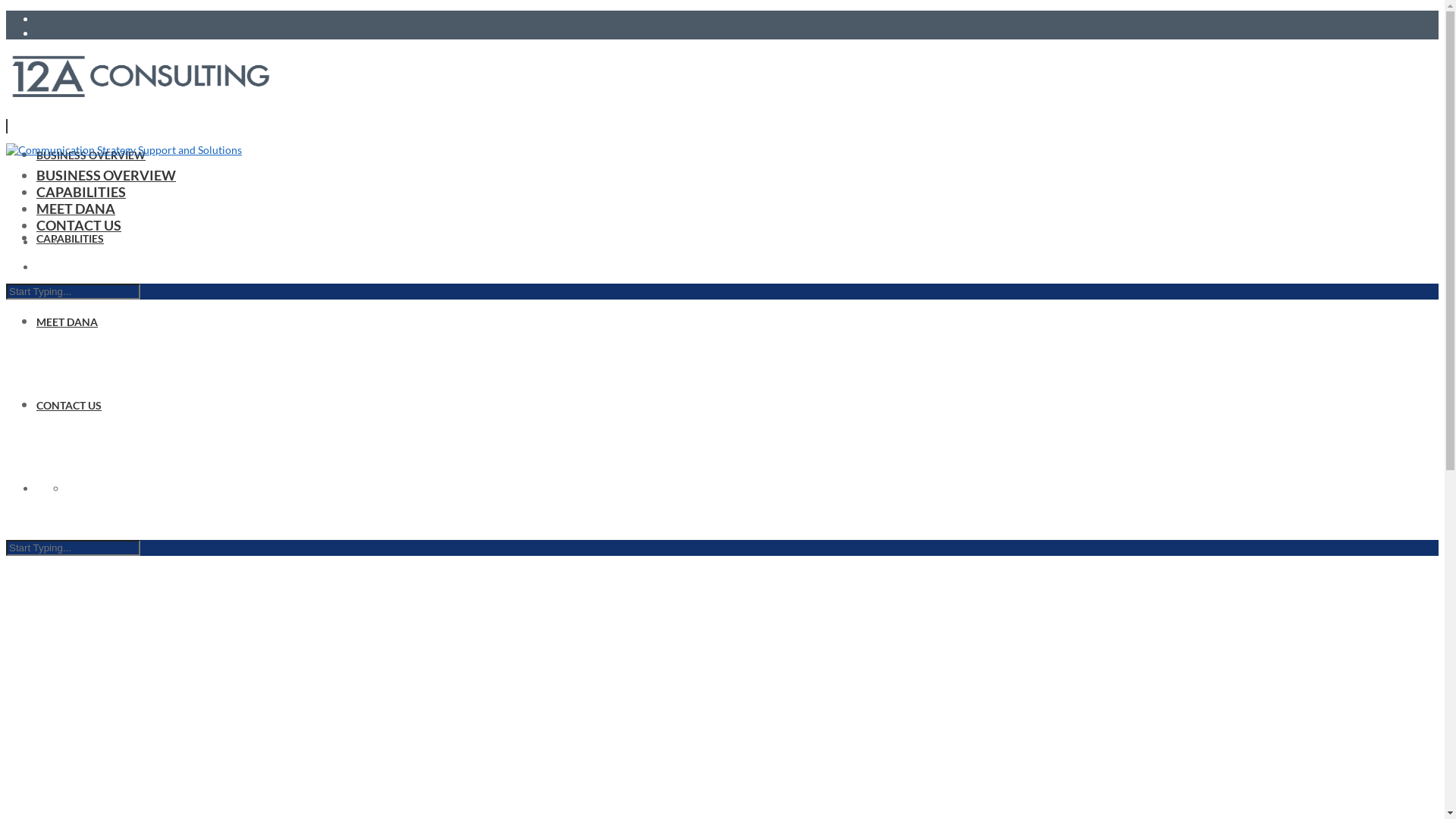 The height and width of the screenshot is (819, 1456). What do you see at coordinates (68, 404) in the screenshot?
I see `'CONTACT US'` at bounding box center [68, 404].